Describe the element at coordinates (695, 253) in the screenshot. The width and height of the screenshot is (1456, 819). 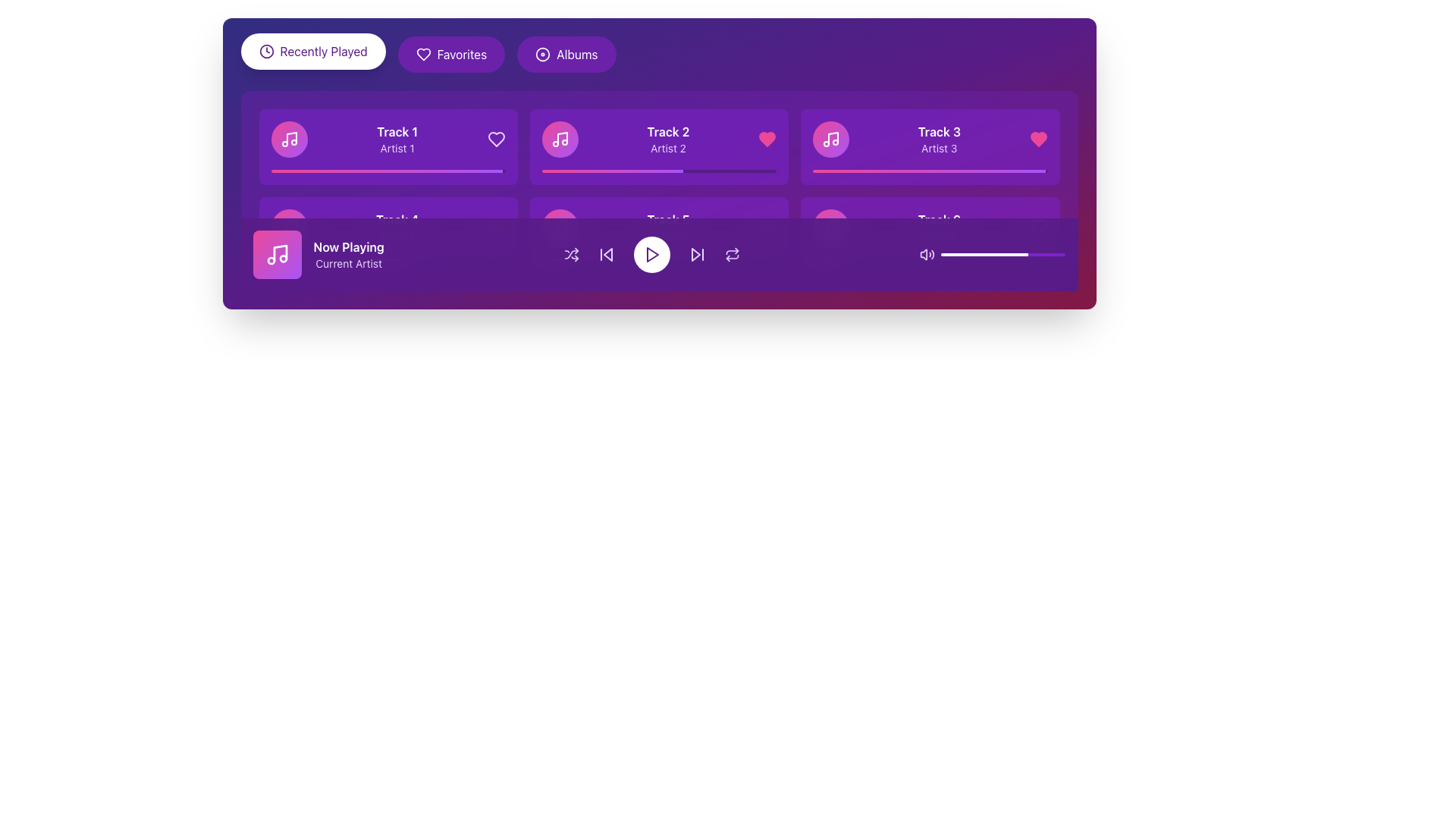
I see `the triangle icon that serves as the 'skip forward' control in the media playback interface located next to a vertical line icon` at that location.